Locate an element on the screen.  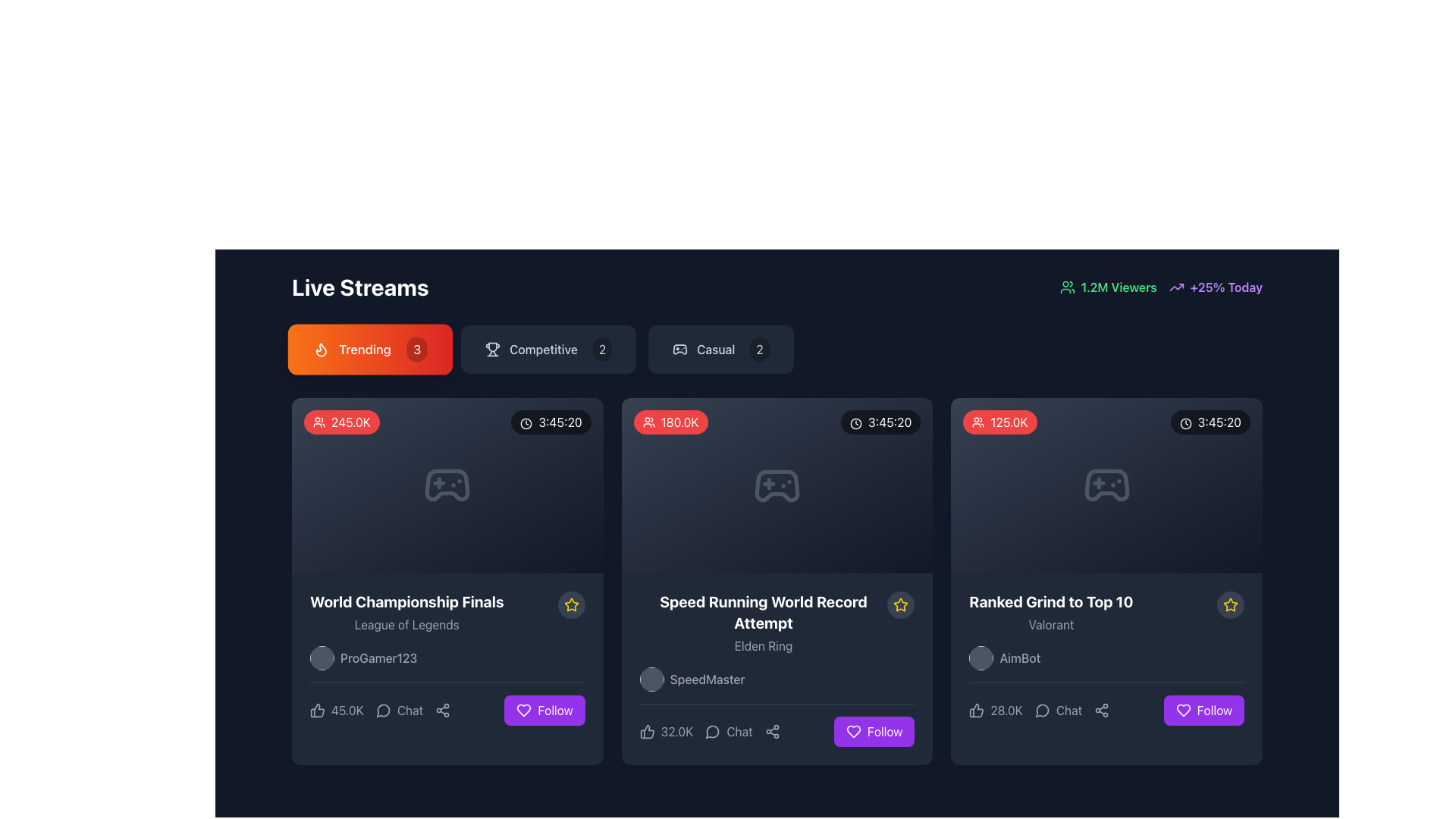
the game controller icon located at the top section of the 'Ranked Grind to Top 10' card in the 'Live Streams' section is located at coordinates (1106, 485).